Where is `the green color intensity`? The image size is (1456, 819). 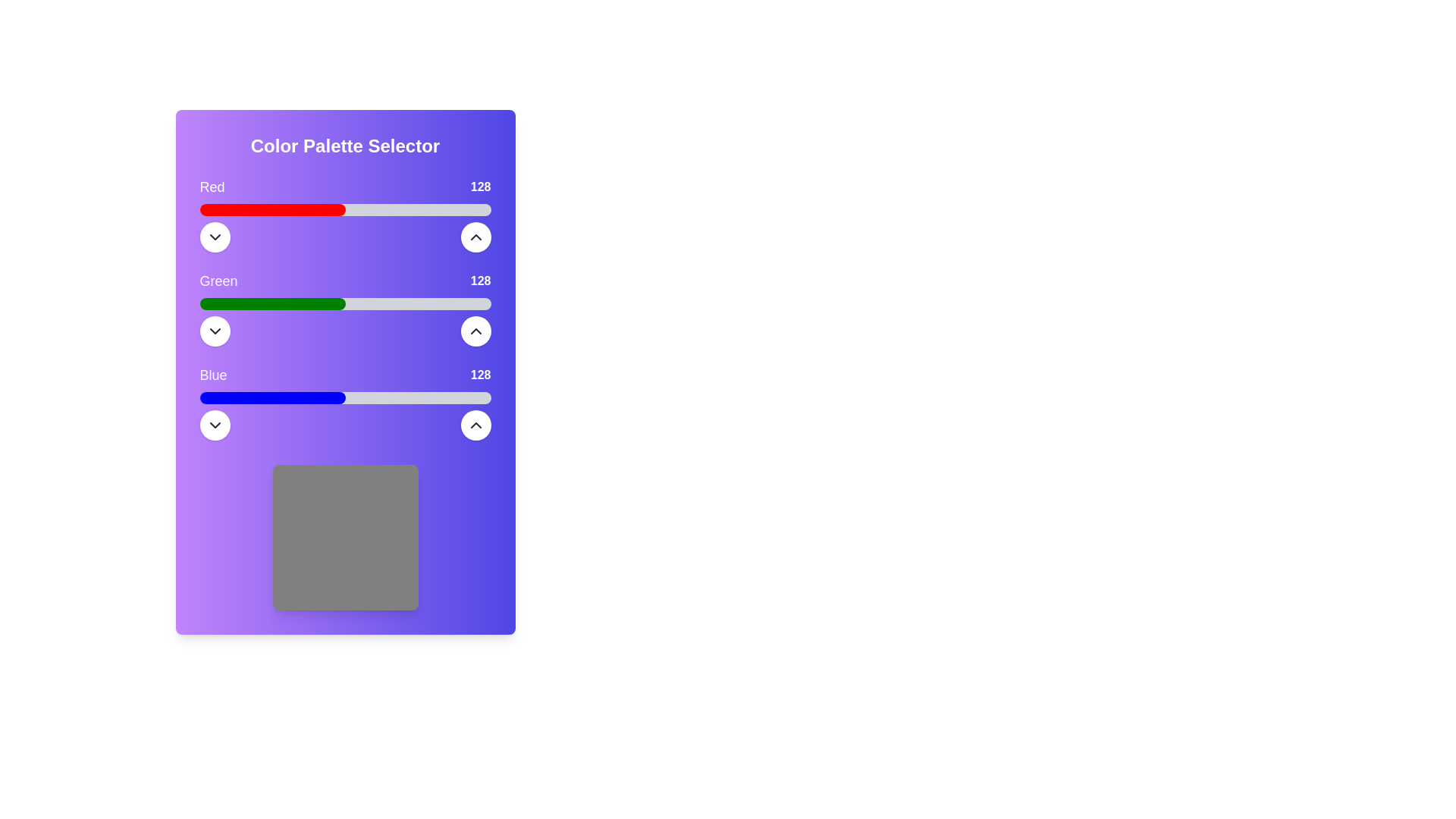 the green color intensity is located at coordinates (325, 304).